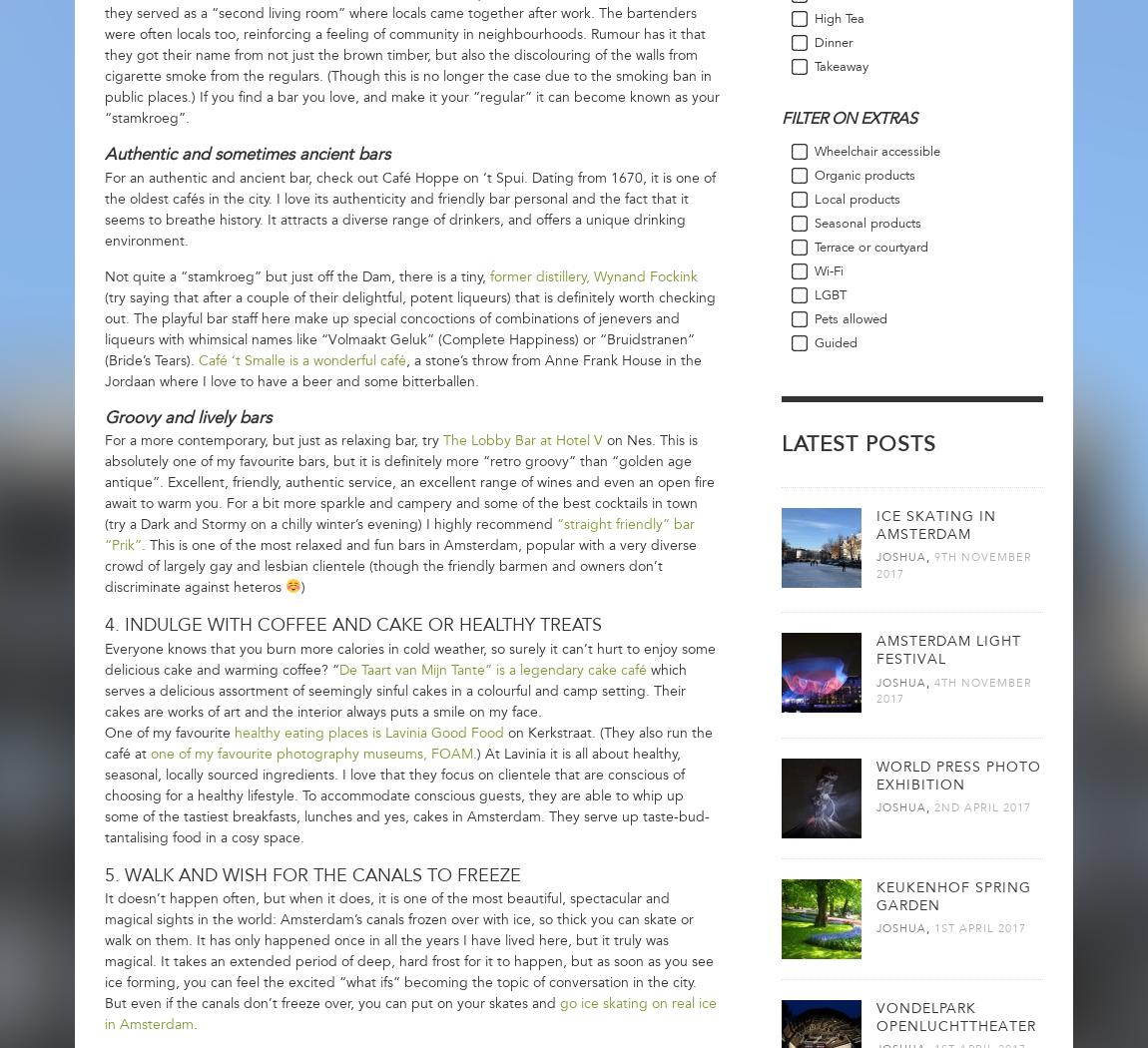 This screenshot has height=1048, width=1148. I want to click on '4. Indulge with coffee and cake or healthy treats', so click(352, 625).